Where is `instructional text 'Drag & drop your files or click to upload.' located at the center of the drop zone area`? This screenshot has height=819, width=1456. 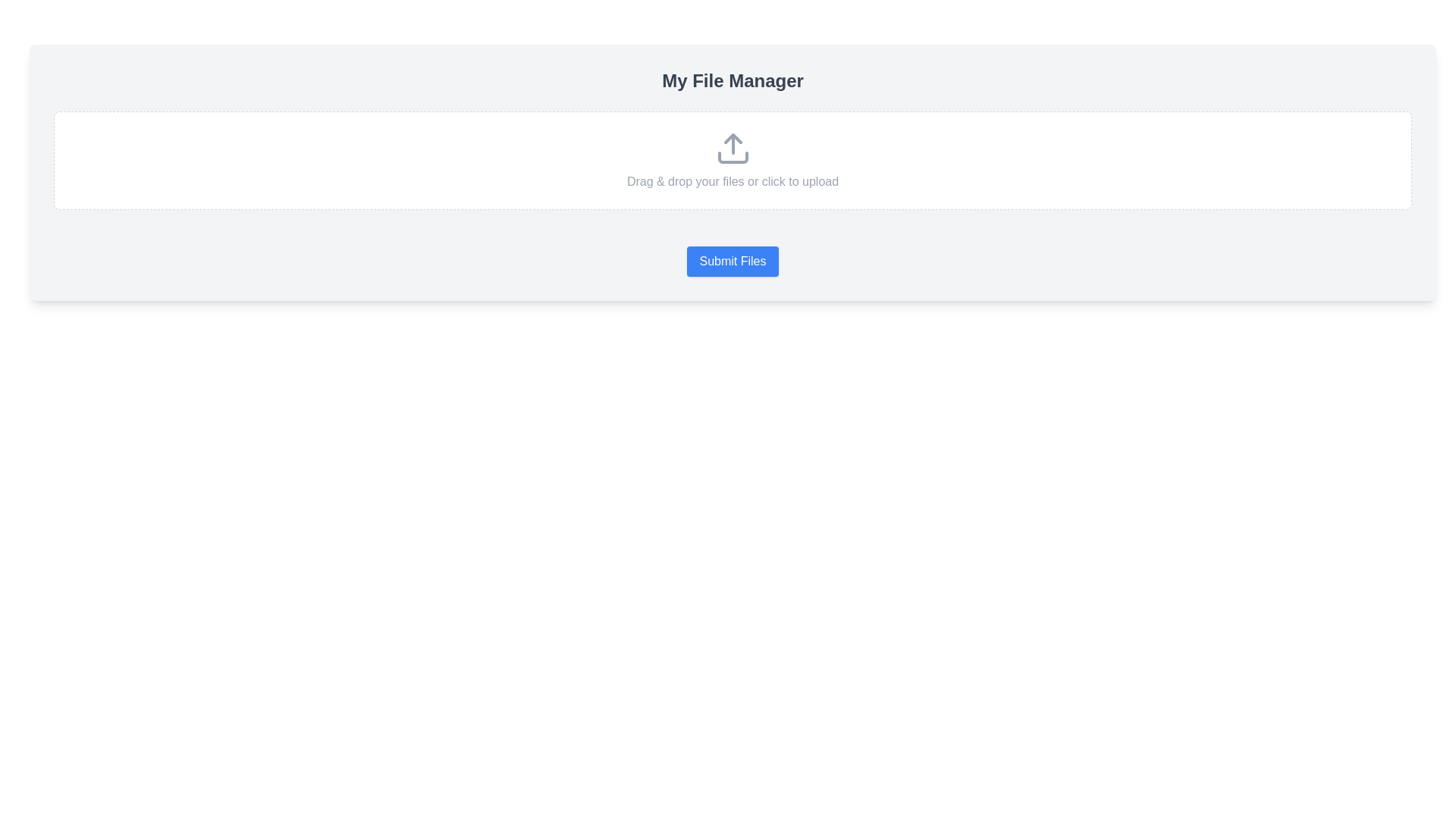 instructional text 'Drag & drop your files or click to upload.' located at the center of the drop zone area is located at coordinates (733, 180).